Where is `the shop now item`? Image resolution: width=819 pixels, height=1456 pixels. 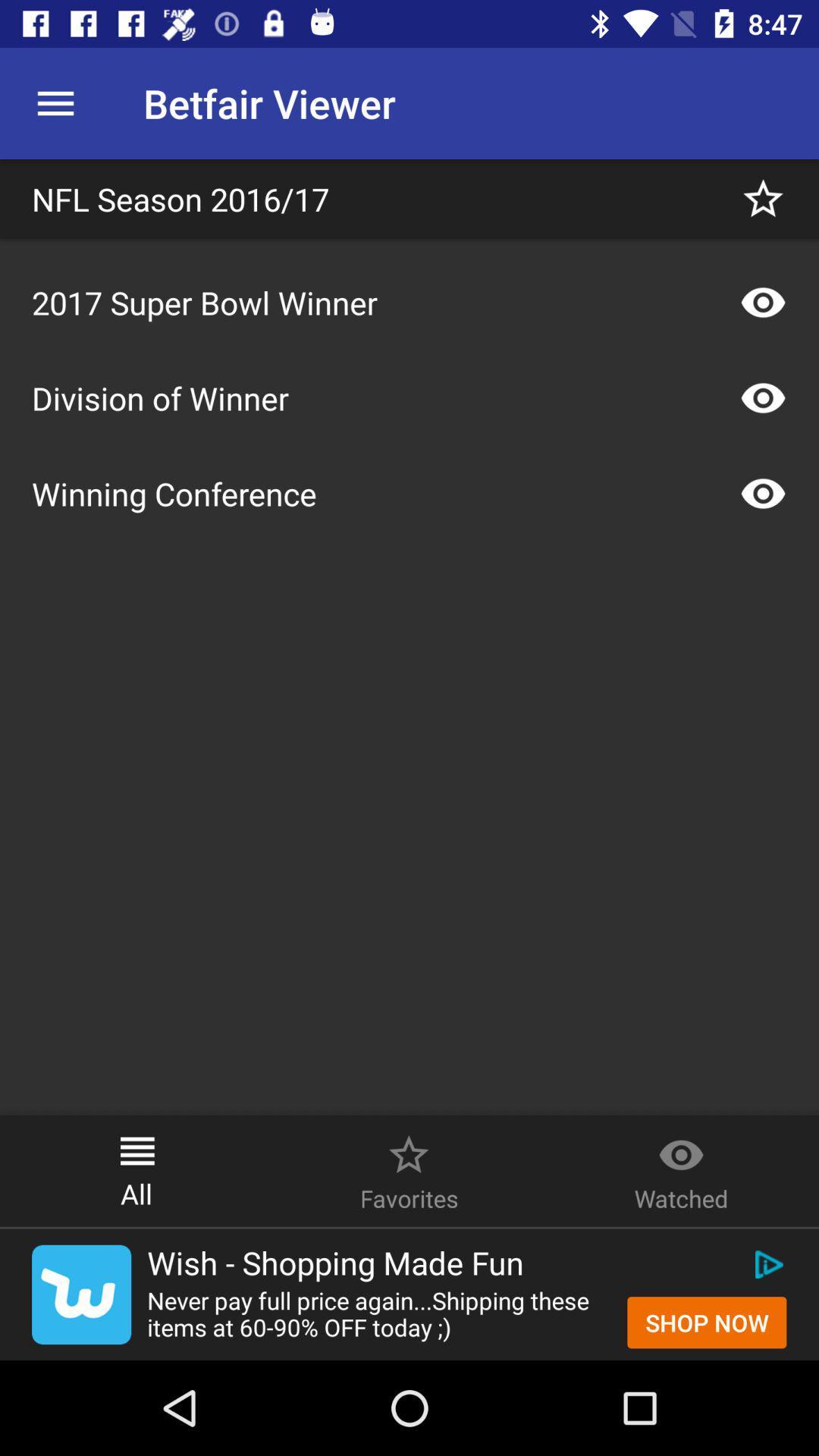
the shop now item is located at coordinates (707, 1322).